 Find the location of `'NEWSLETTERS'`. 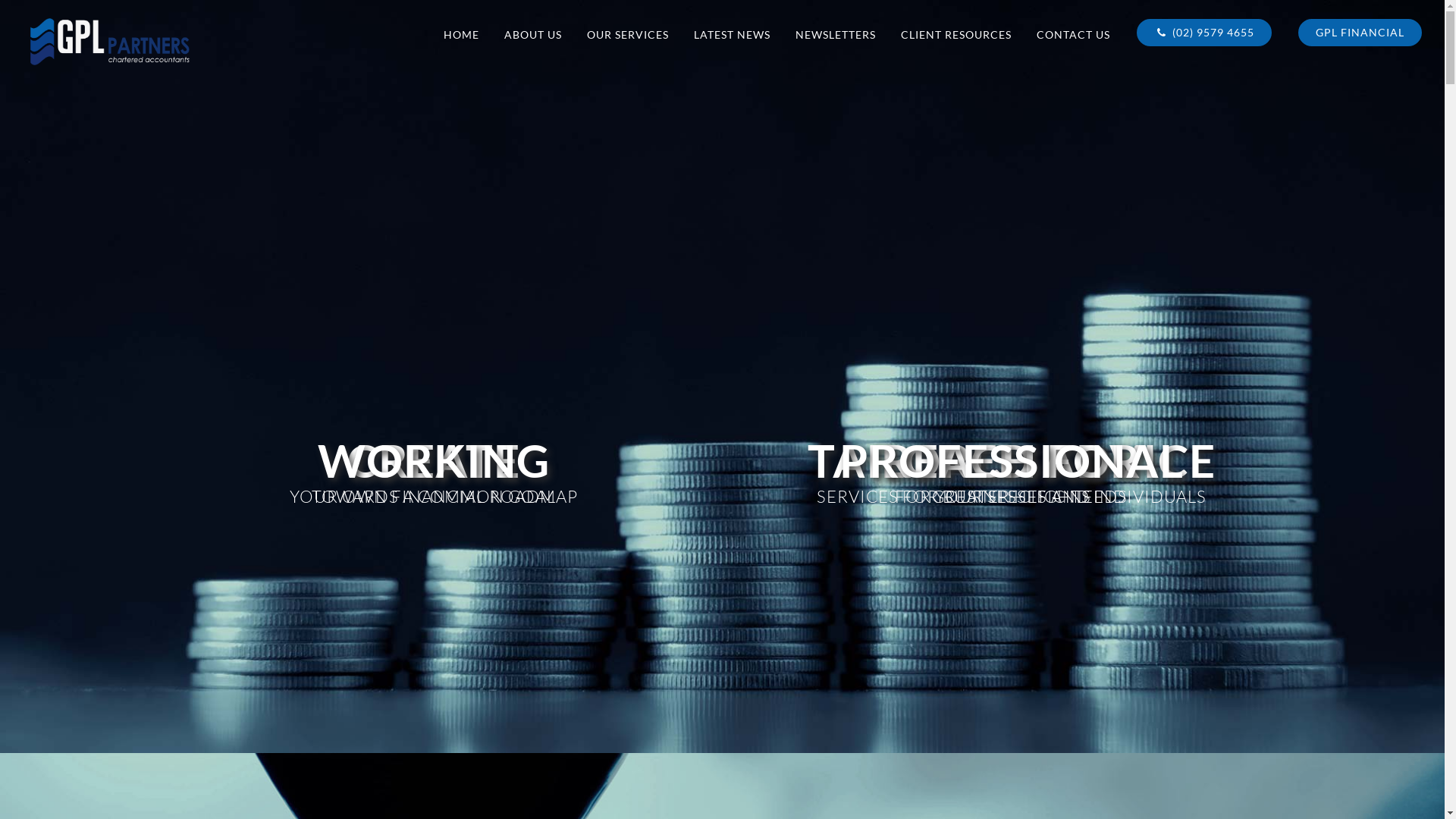

'NEWSLETTERS' is located at coordinates (835, 34).